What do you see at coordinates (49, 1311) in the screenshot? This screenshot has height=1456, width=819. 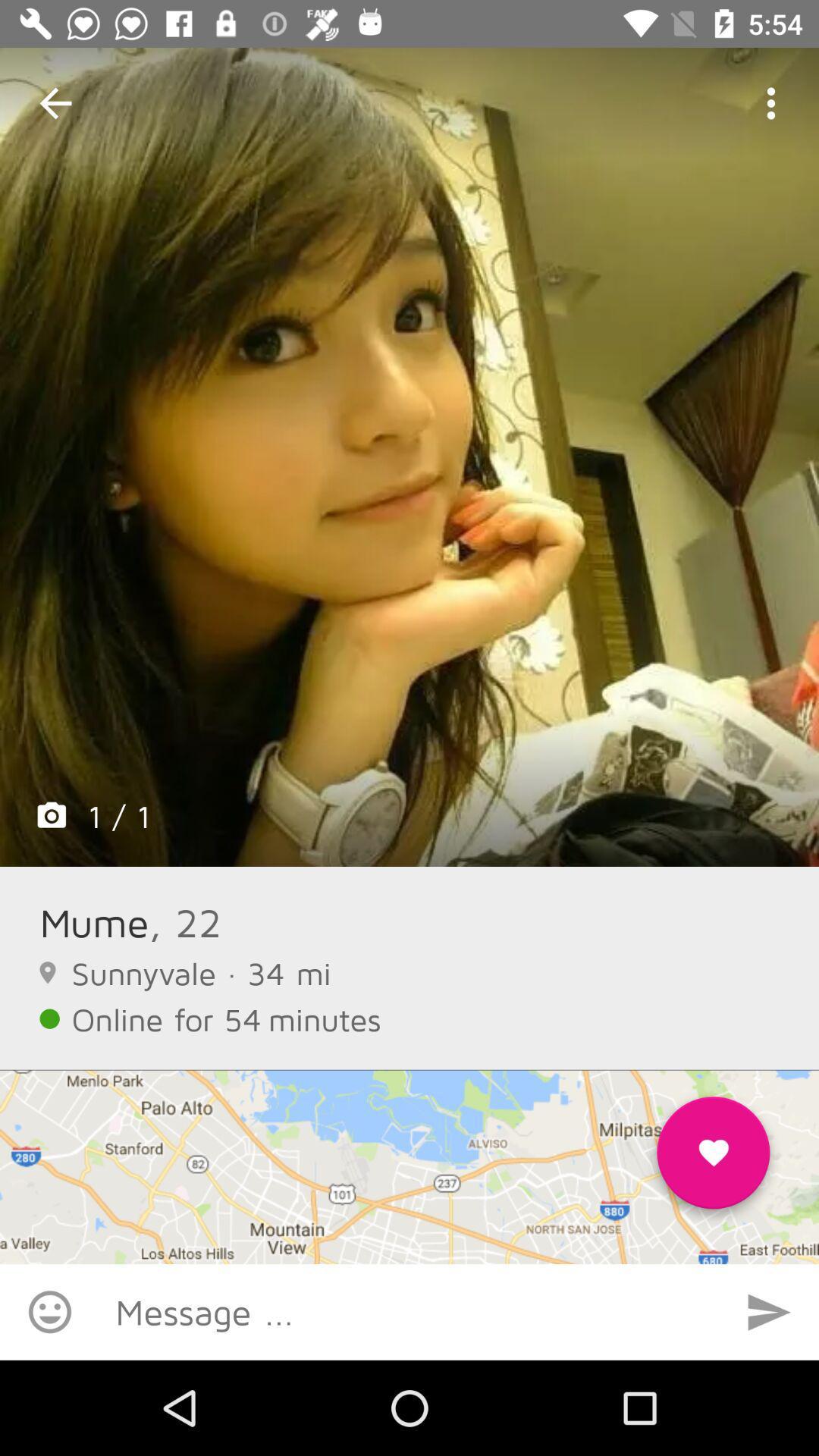 I see `smily` at bounding box center [49, 1311].